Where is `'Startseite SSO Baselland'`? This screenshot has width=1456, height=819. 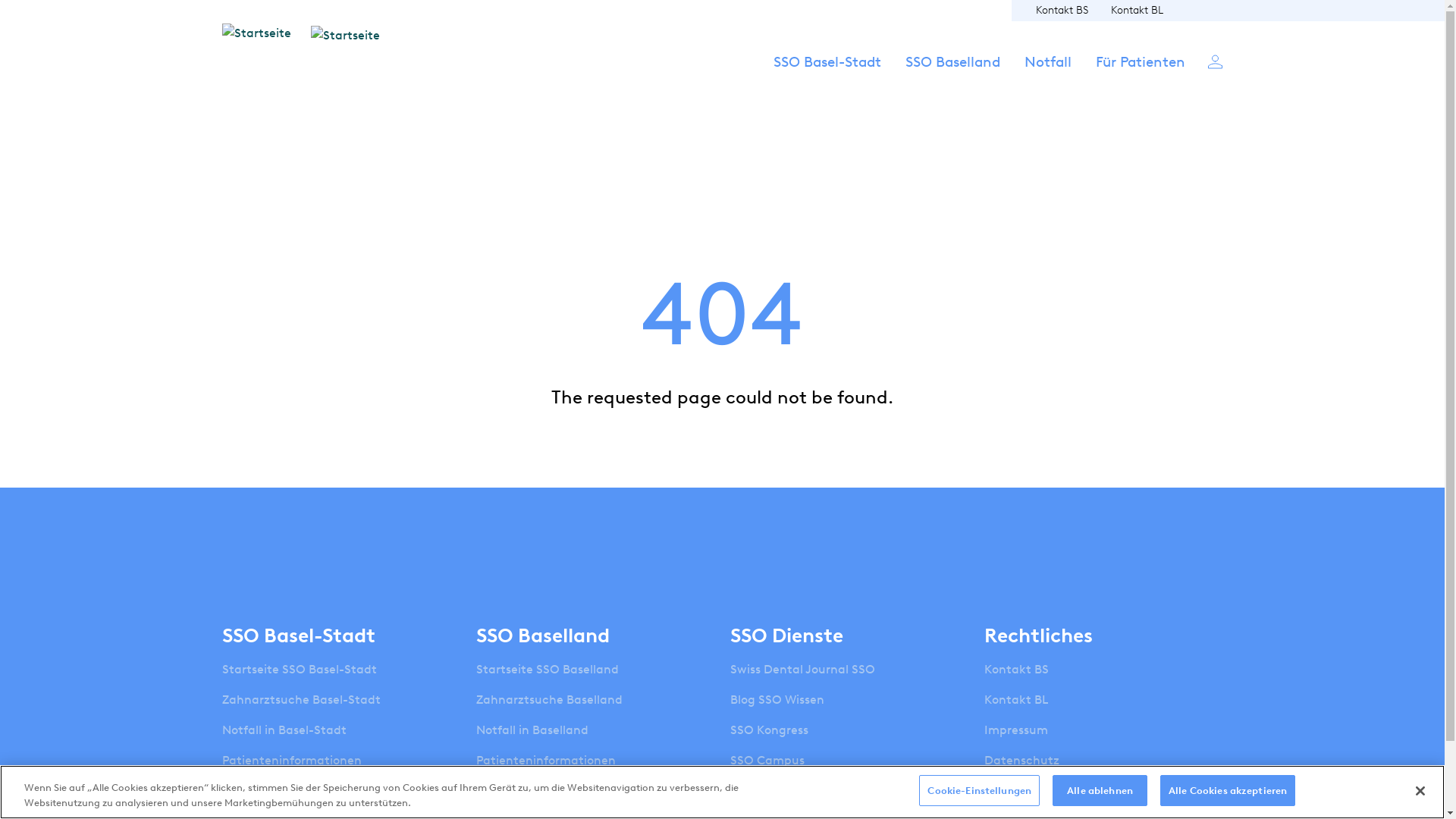 'Startseite SSO Baselland' is located at coordinates (475, 669).